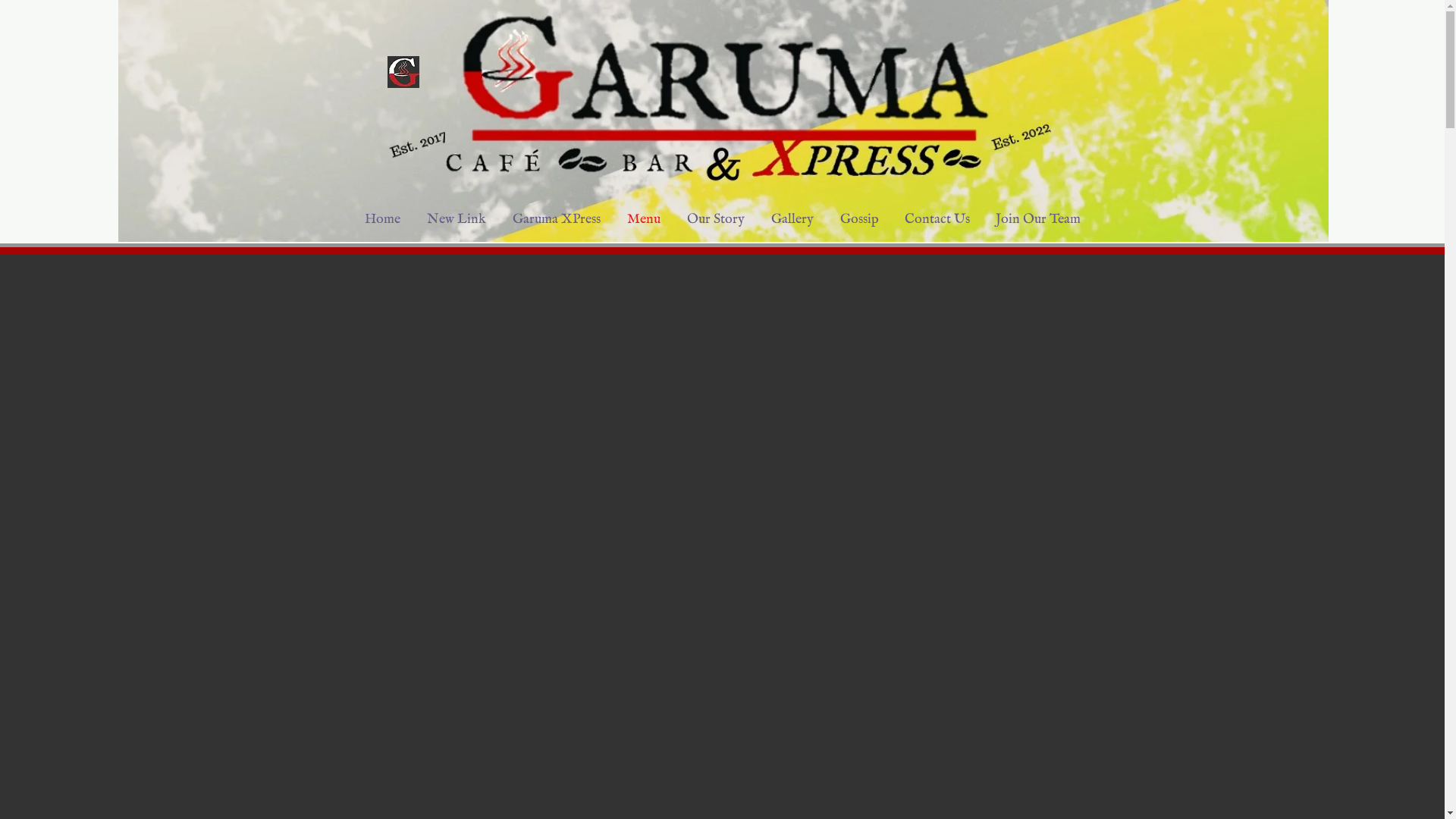 Image resolution: width=1456 pixels, height=819 pixels. Describe the element at coordinates (1037, 219) in the screenshot. I see `'Join Our Team'` at that location.